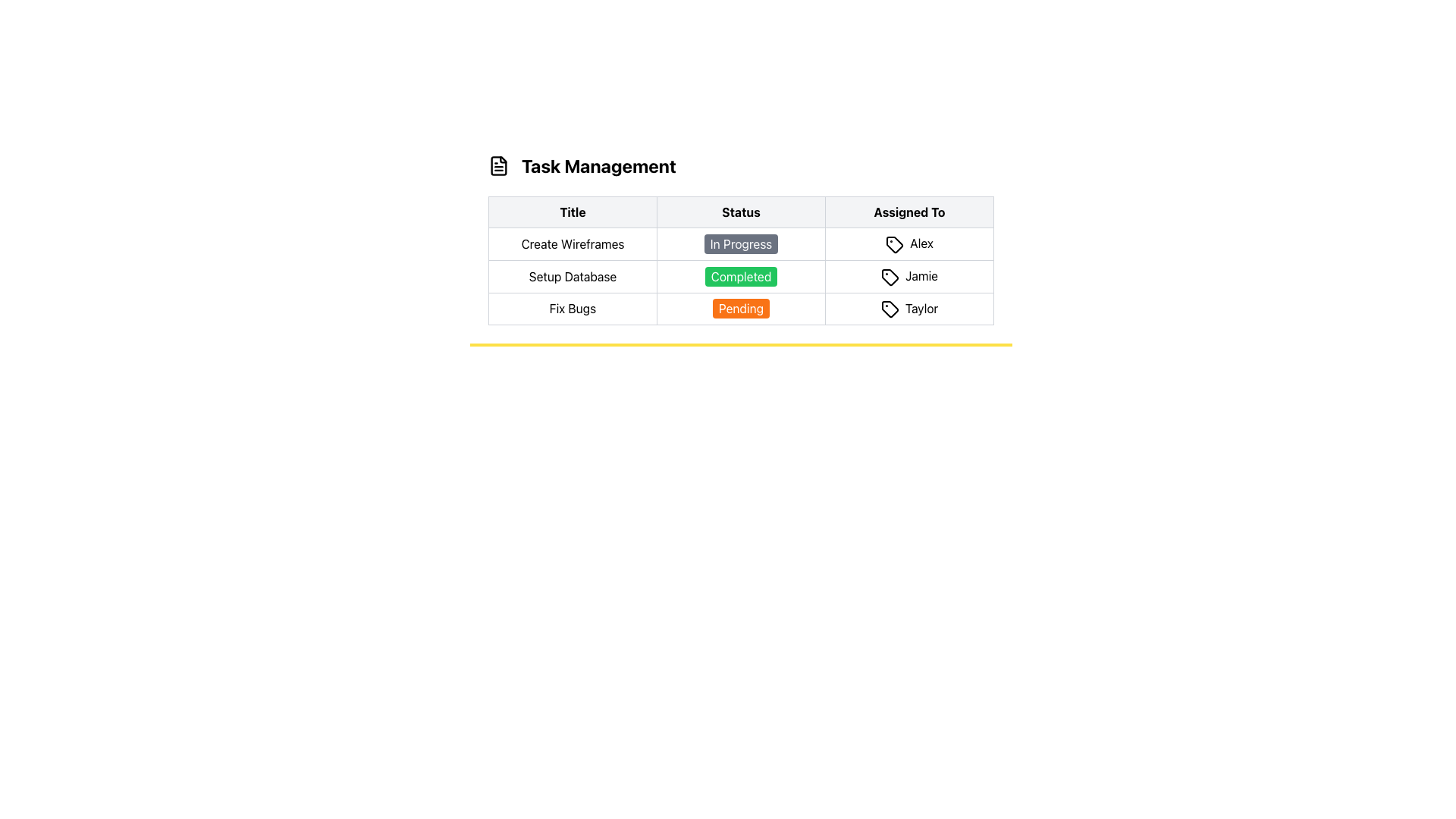  Describe the element at coordinates (741, 243) in the screenshot. I see `the Status indicator badge that indicates the task 'Create Wireframes' is 'In Progress', located in the first row of the 'Status' column in the 'Task Management' table` at that location.